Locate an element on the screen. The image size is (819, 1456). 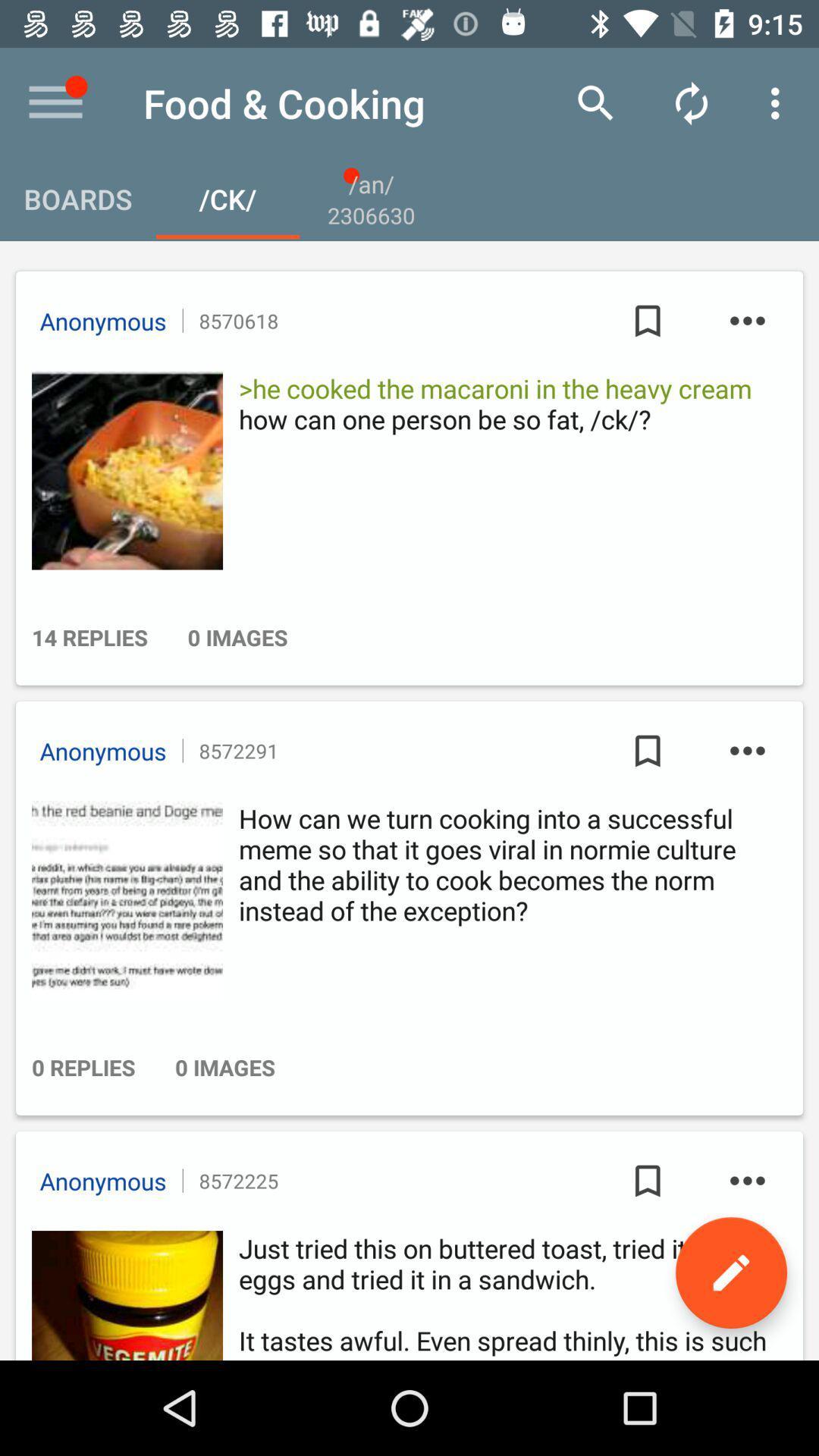
post is located at coordinates (122, 900).